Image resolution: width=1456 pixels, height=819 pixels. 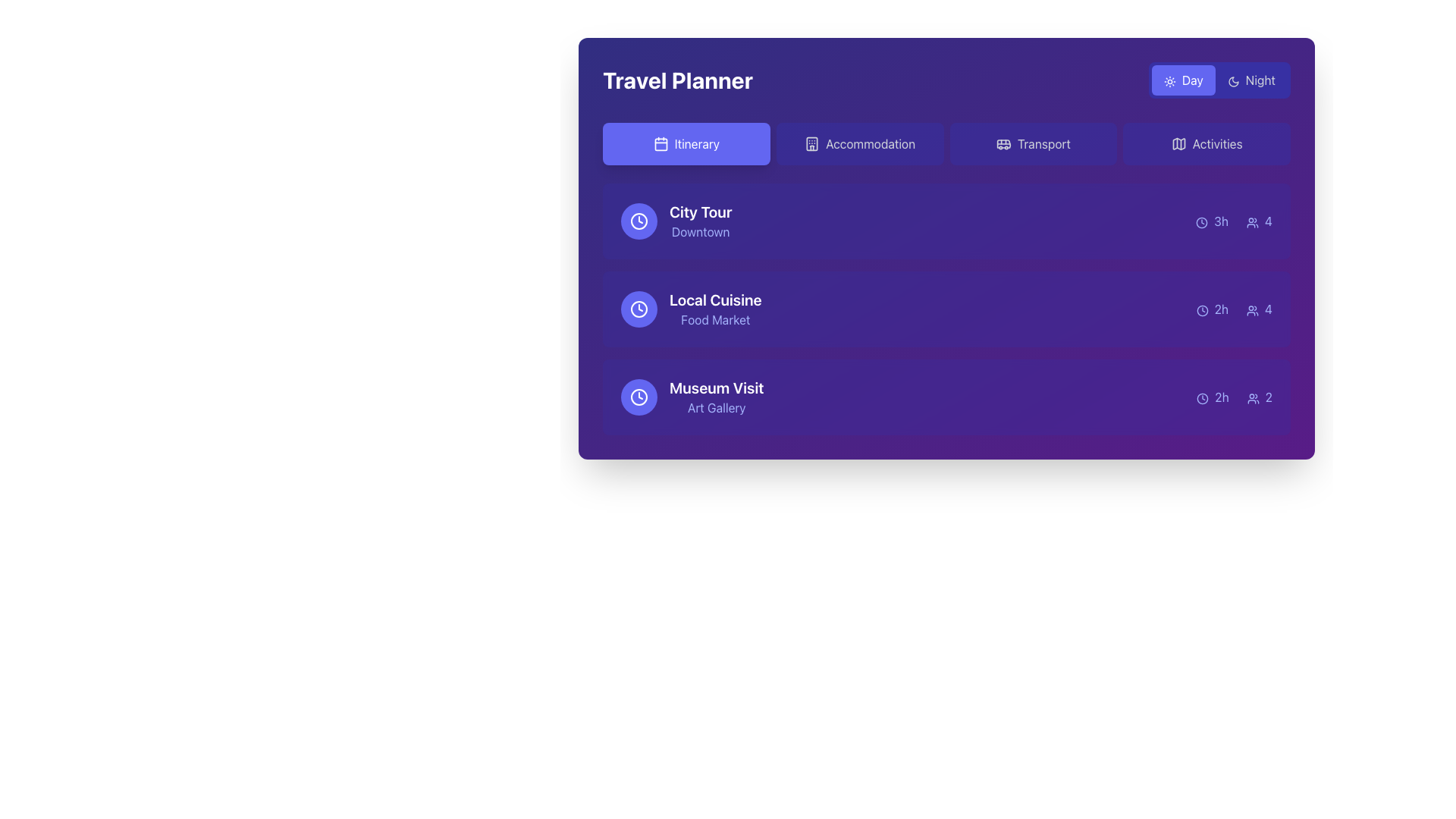 I want to click on the circular clock icon in the 'Travel Planner' section, which is located to the left of the text '2h', so click(x=1201, y=309).